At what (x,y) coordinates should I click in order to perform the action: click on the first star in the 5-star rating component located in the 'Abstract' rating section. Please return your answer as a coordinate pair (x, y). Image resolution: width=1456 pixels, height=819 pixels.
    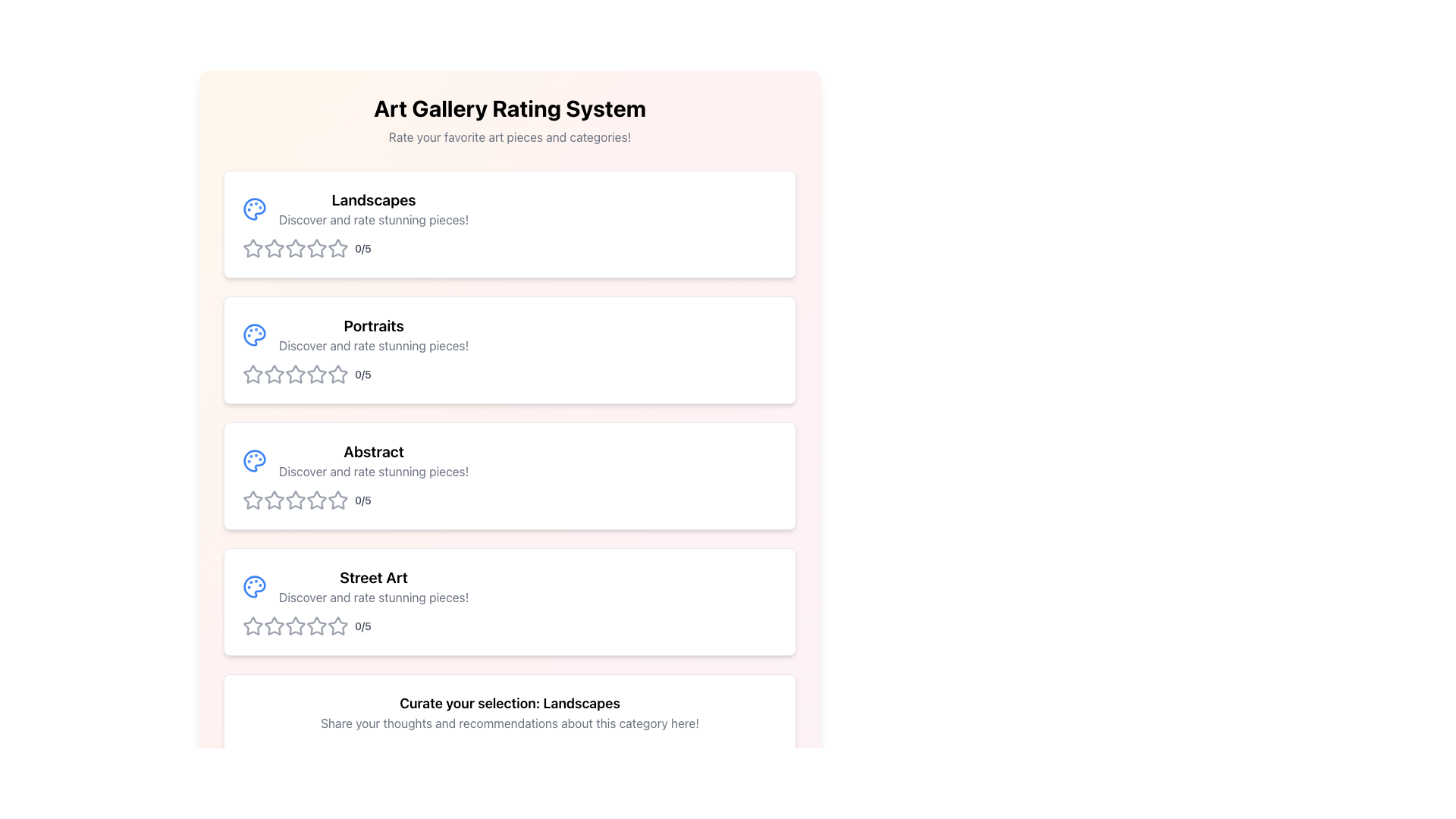
    Looking at the image, I should click on (253, 500).